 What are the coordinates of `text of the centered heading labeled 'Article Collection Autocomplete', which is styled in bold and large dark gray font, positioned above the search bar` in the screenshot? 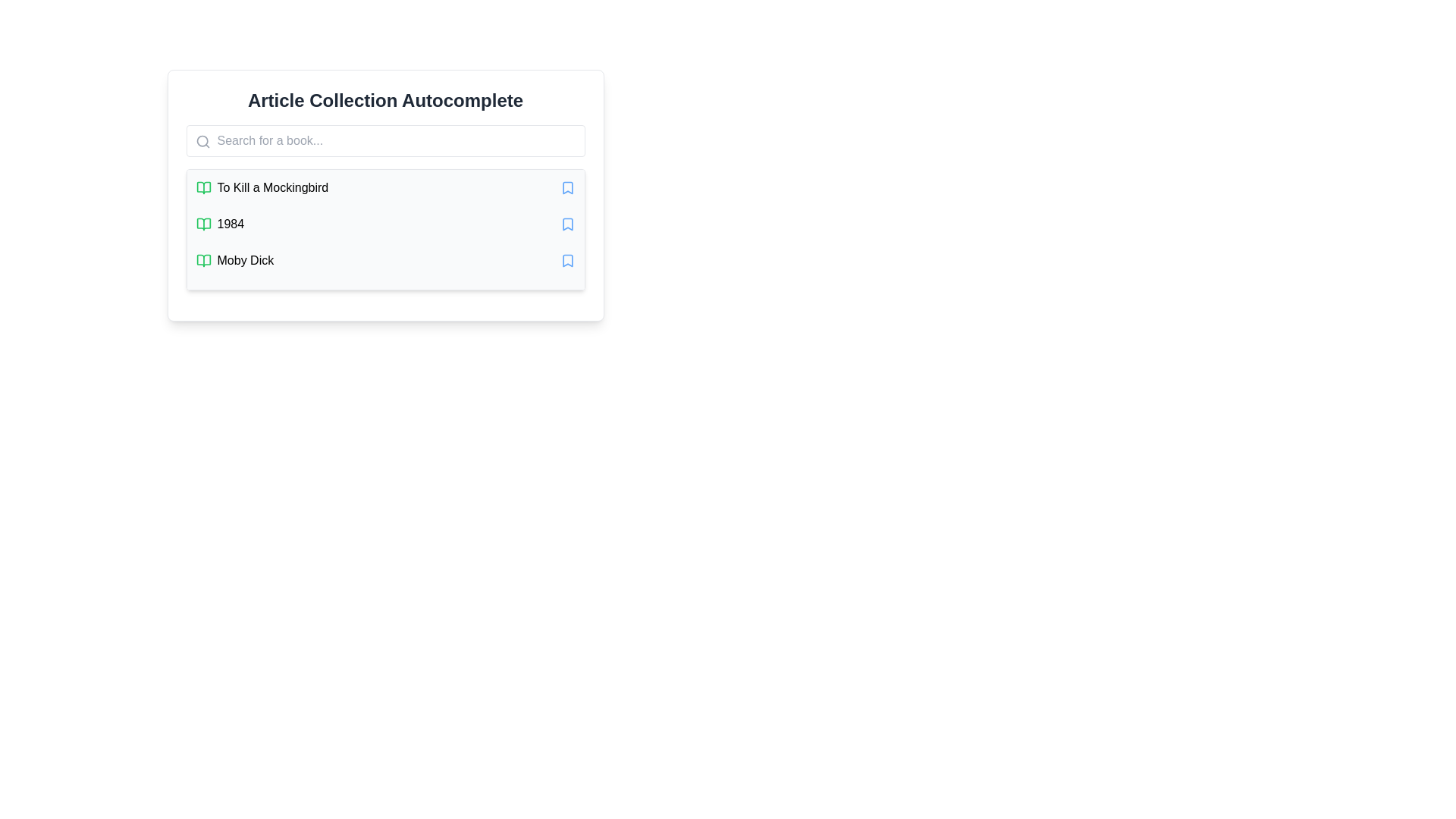 It's located at (385, 100).